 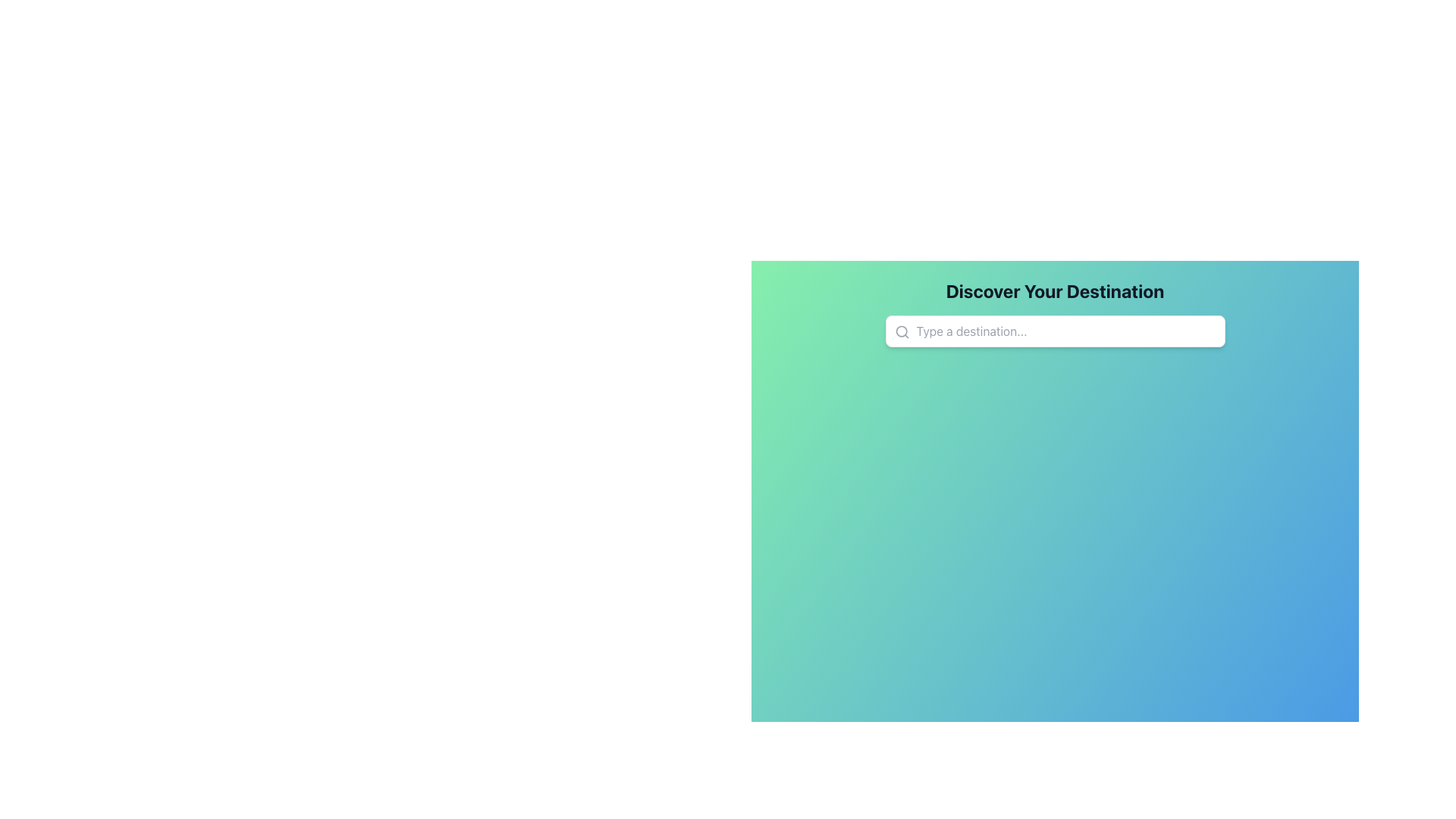 I want to click on the SVG Circle Element that is part of the magnifying glass icon, located on the left side of the search bar below the title 'Discover Your Destination', so click(x=901, y=331).